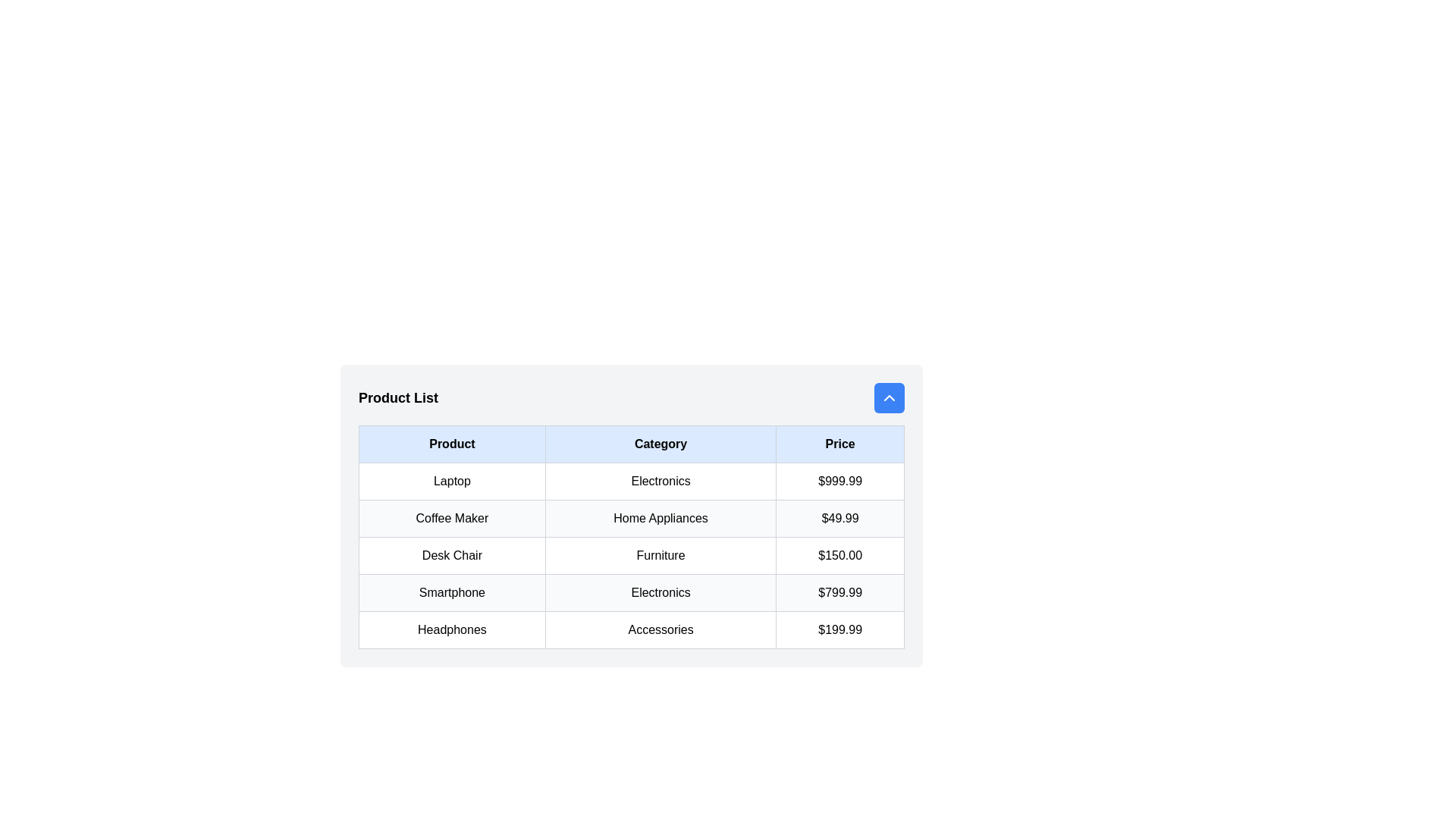 The image size is (1456, 819). I want to click on the bold text label reading 'Product List' located at the top-left of the product listing section, so click(398, 397).